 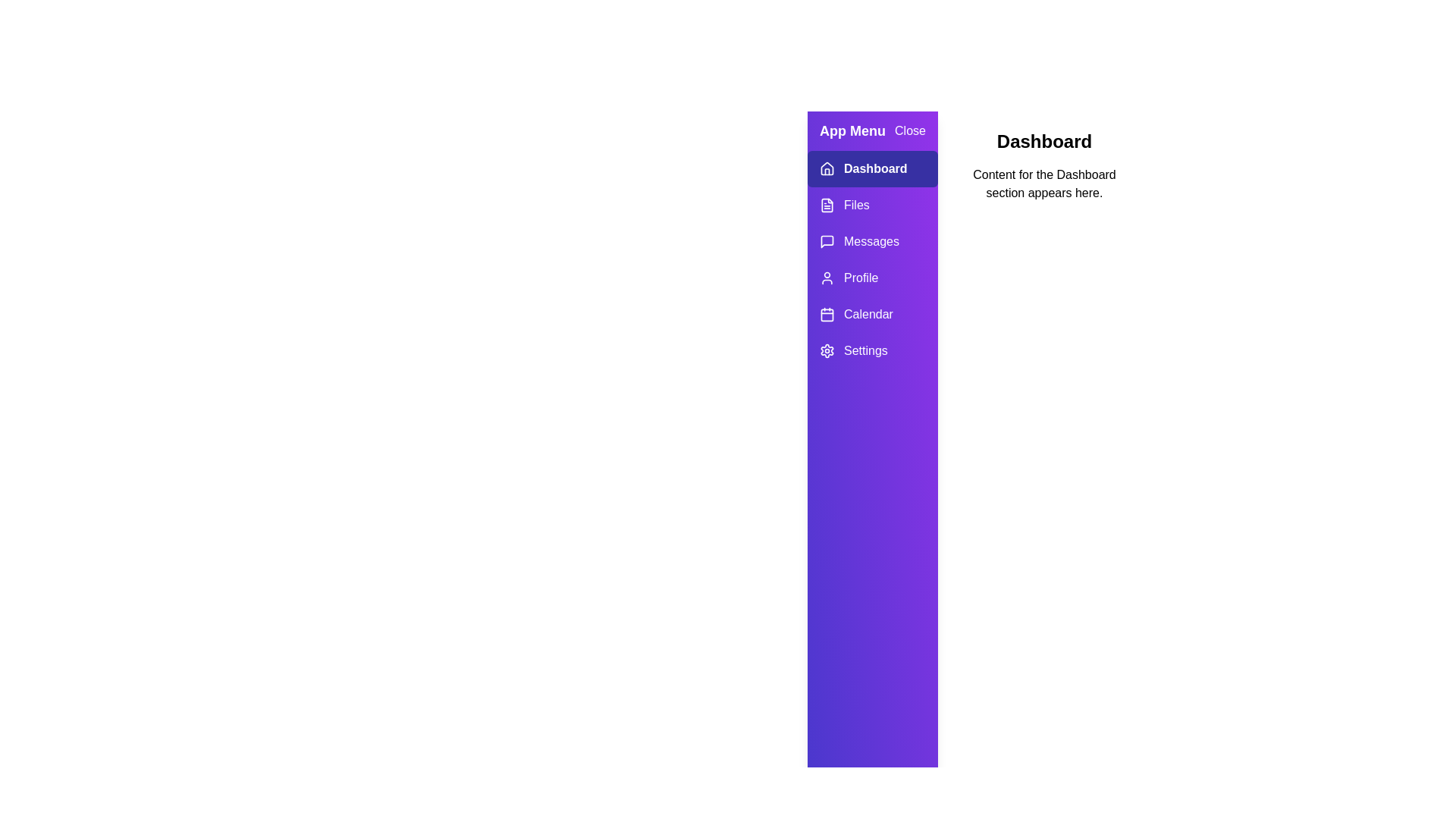 I want to click on the Dashboard tab in the menu, so click(x=872, y=169).